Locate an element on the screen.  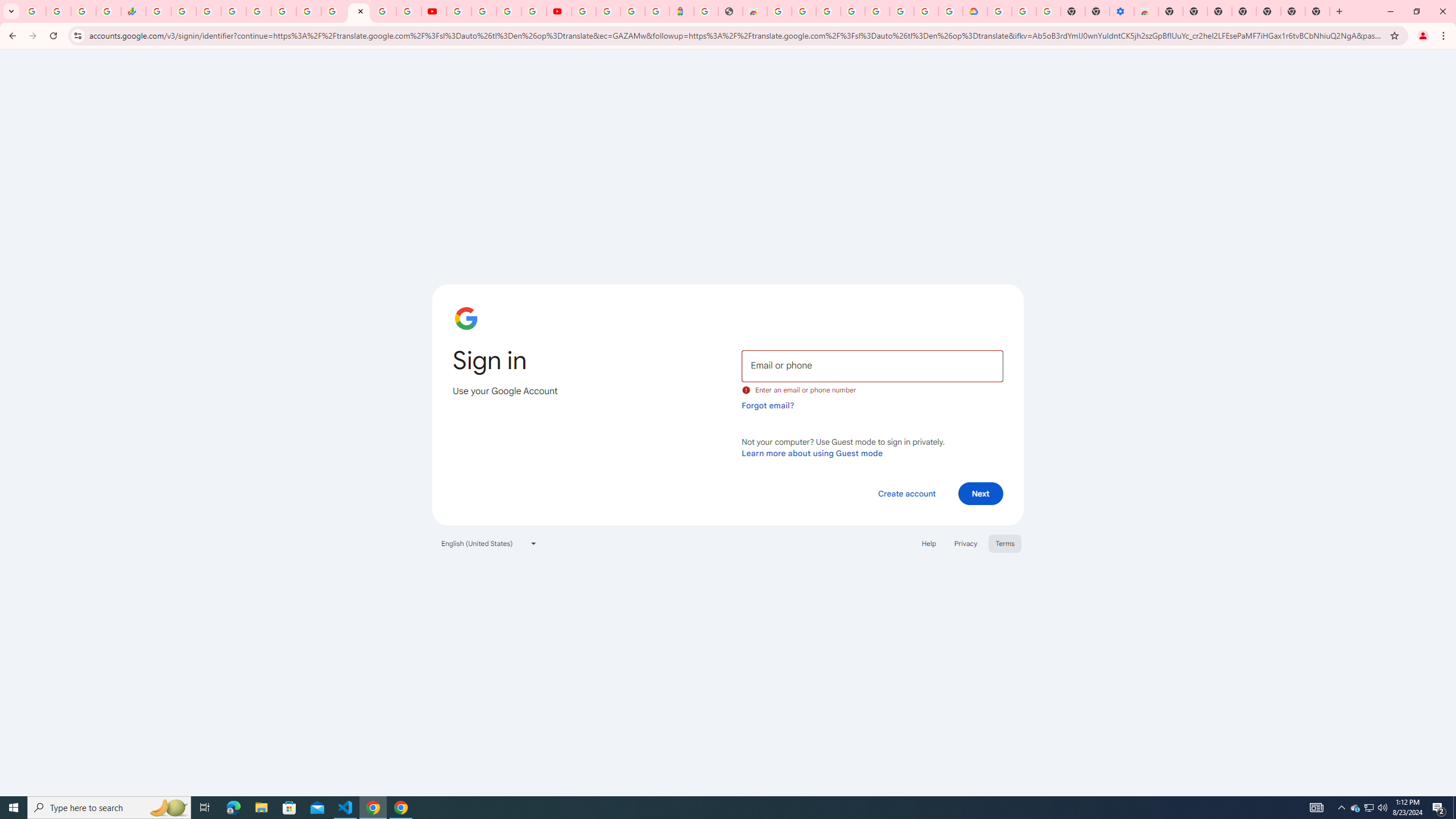
'English (United States)' is located at coordinates (489, 543).